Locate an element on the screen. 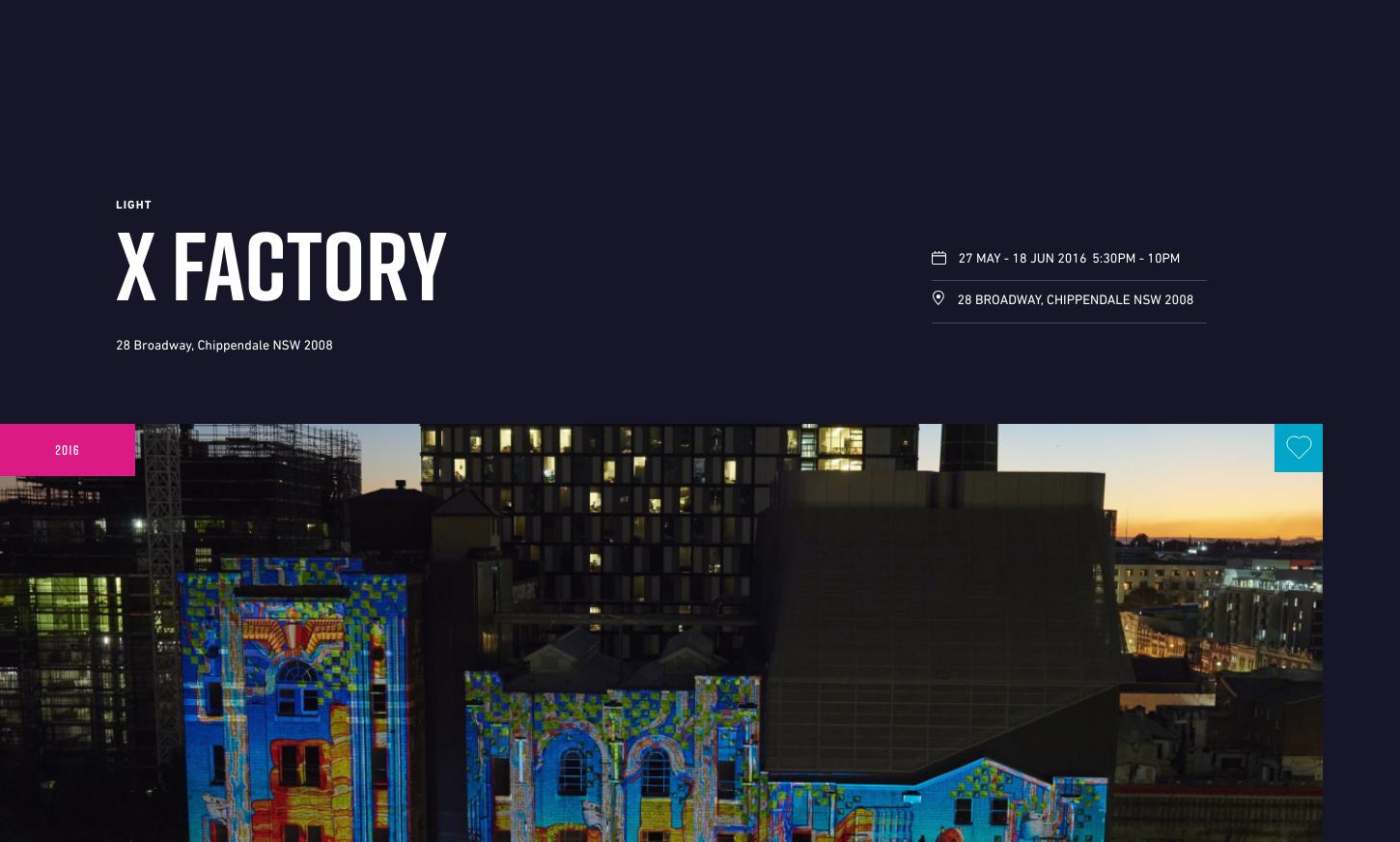 Image resolution: width=1400 pixels, height=842 pixels. 'Partners' is located at coordinates (209, 790).